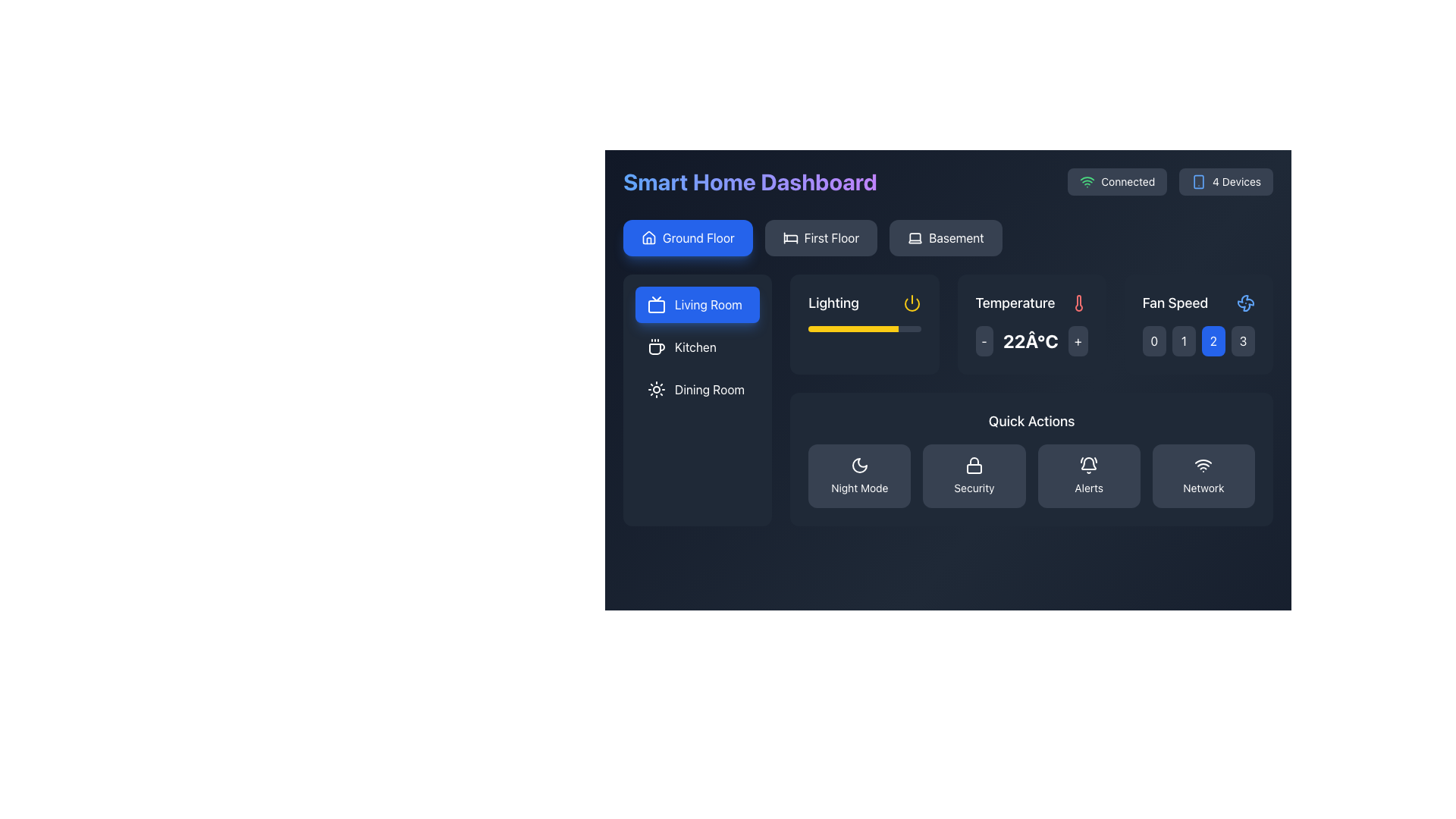 The image size is (1456, 819). I want to click on the text label element displaying the word 'Network', which is styled with a smaller font size in white color on a dark gray background, located below a WiFi icon in the 'Quick Actions' section at the bottom right of the interface, so click(1203, 488).